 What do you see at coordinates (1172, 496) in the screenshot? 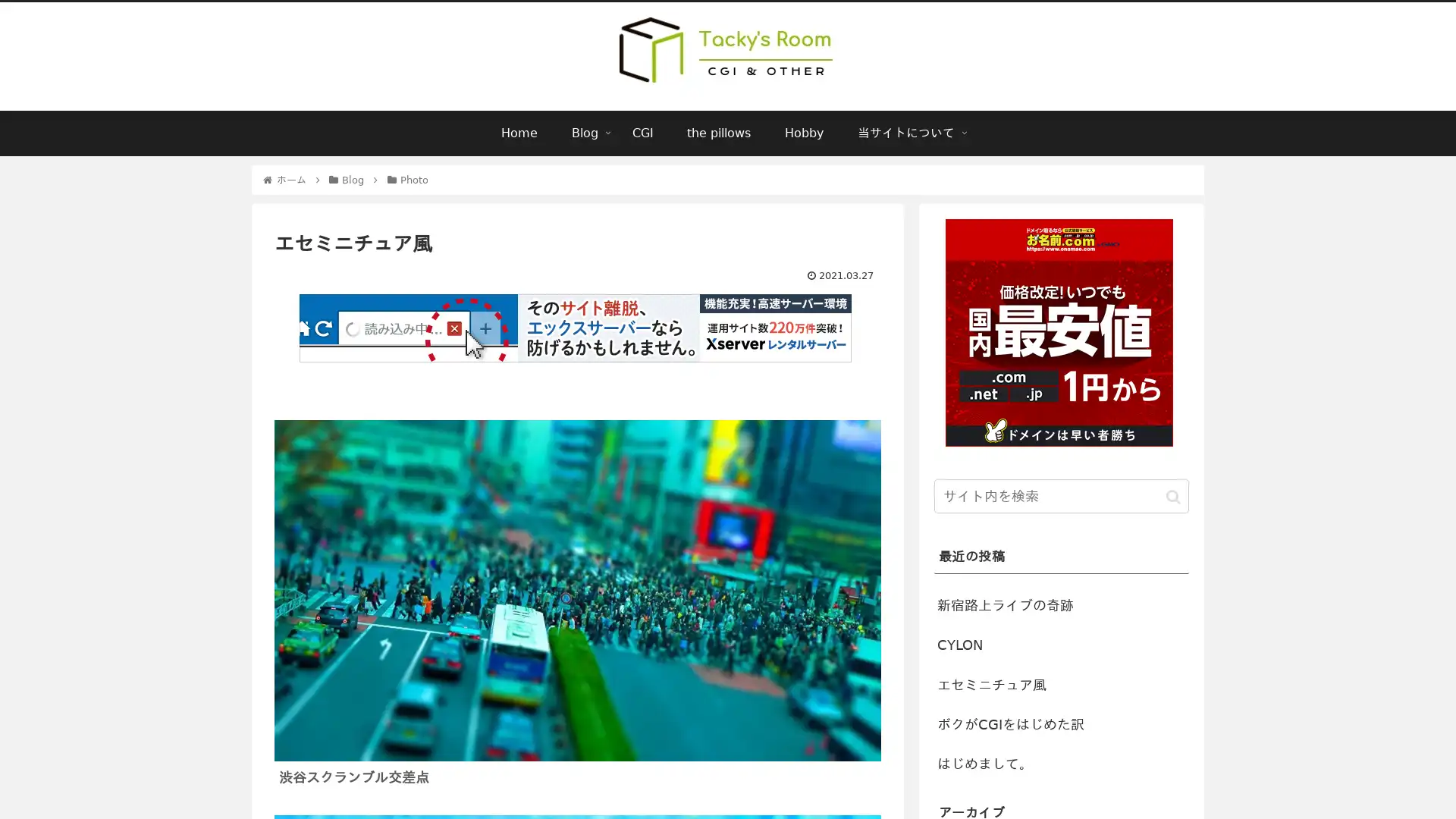
I see `button` at bounding box center [1172, 496].